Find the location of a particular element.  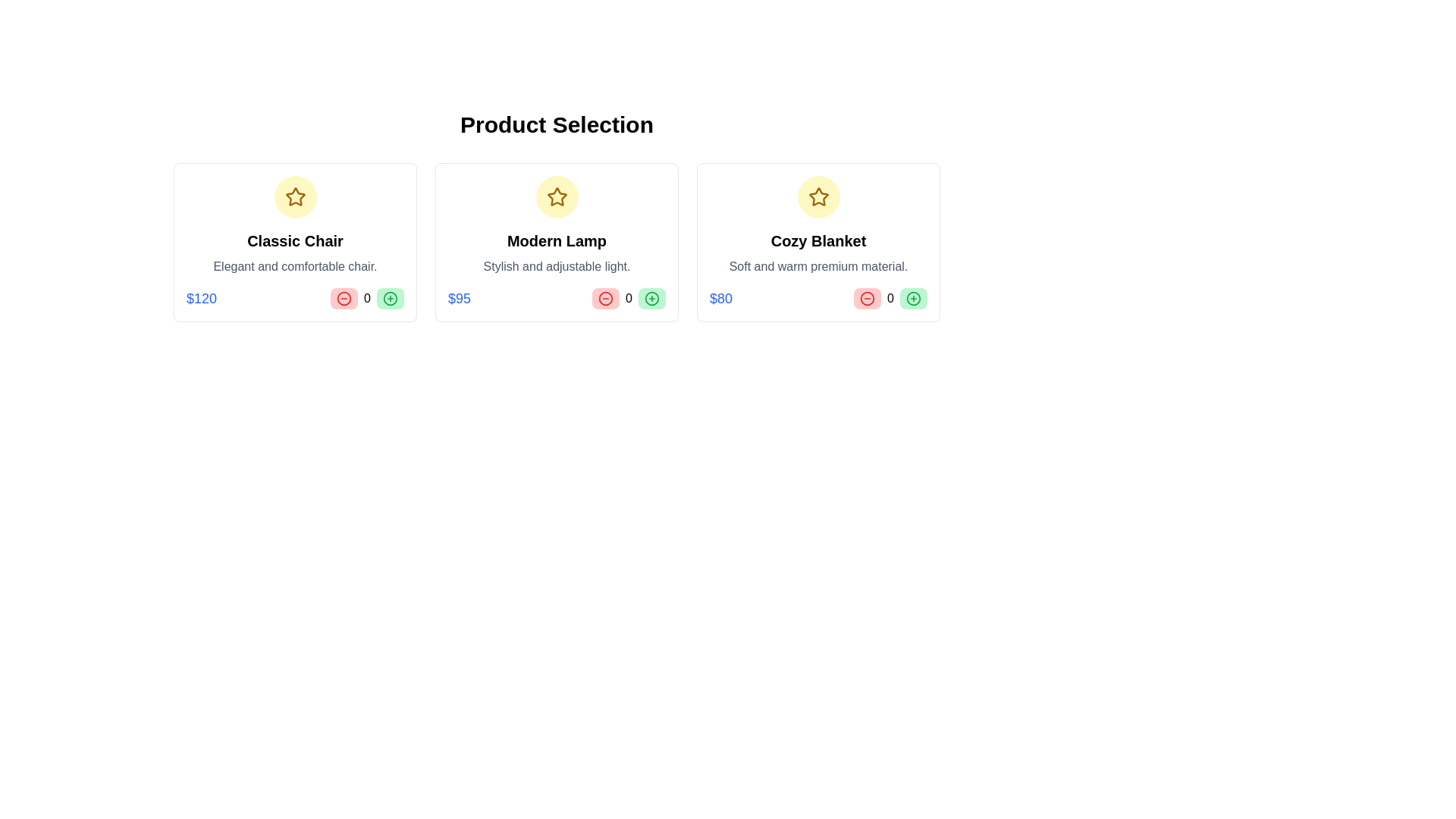

the static text element displaying the title 'Modern Lamp' is located at coordinates (556, 240).